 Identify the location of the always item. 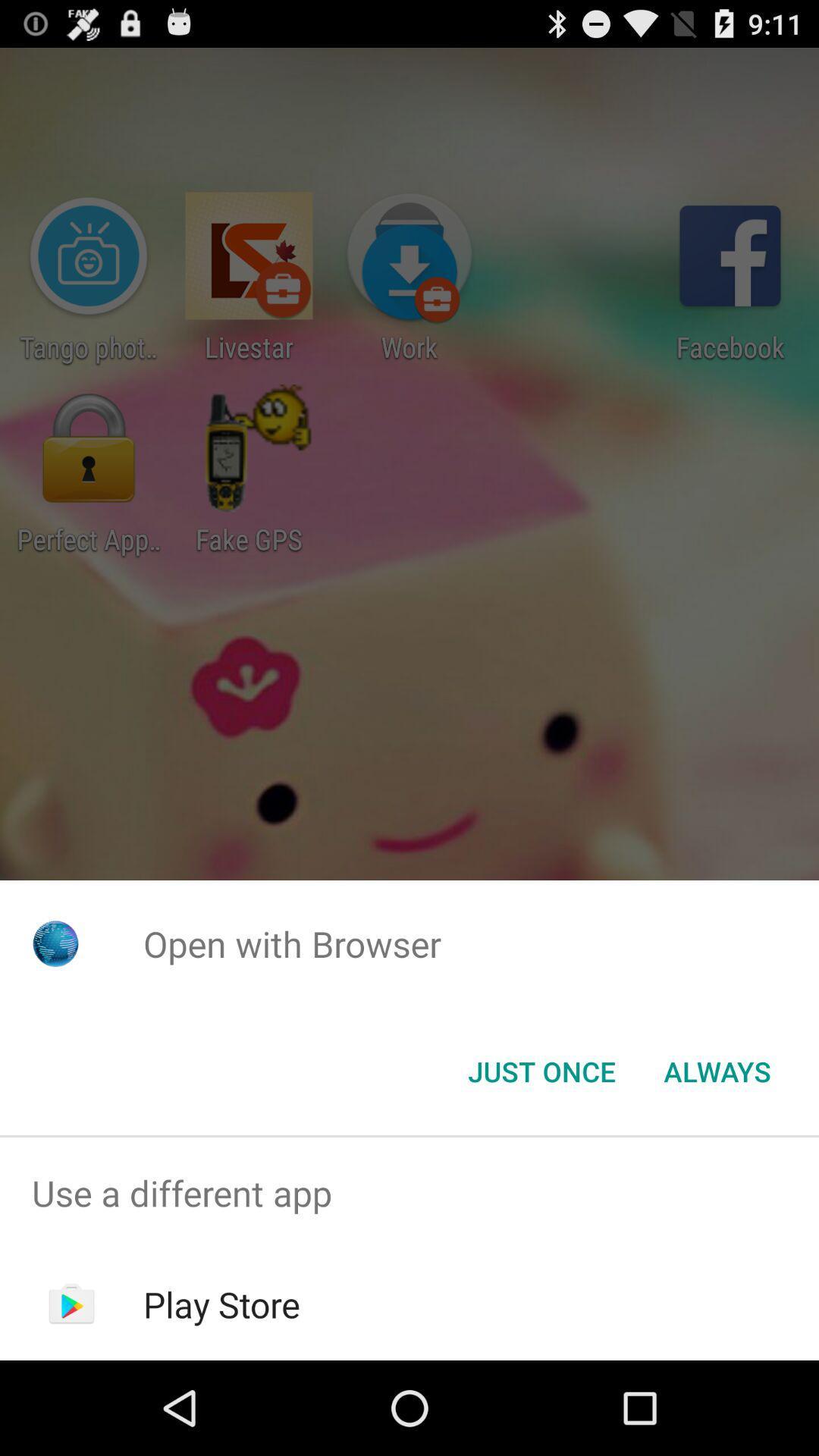
(717, 1070).